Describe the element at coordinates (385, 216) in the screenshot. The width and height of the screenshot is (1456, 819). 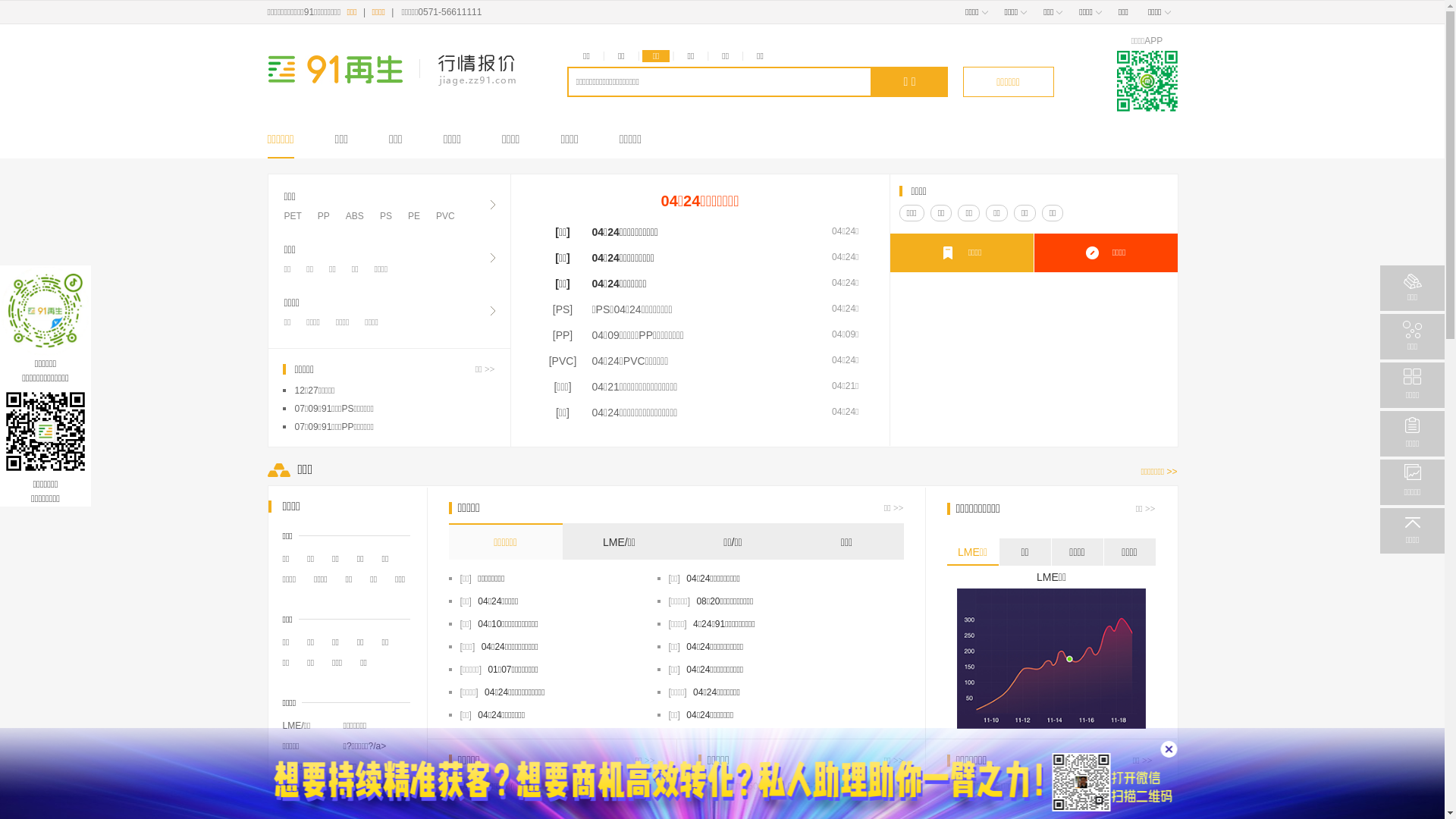
I see `'PS'` at that location.